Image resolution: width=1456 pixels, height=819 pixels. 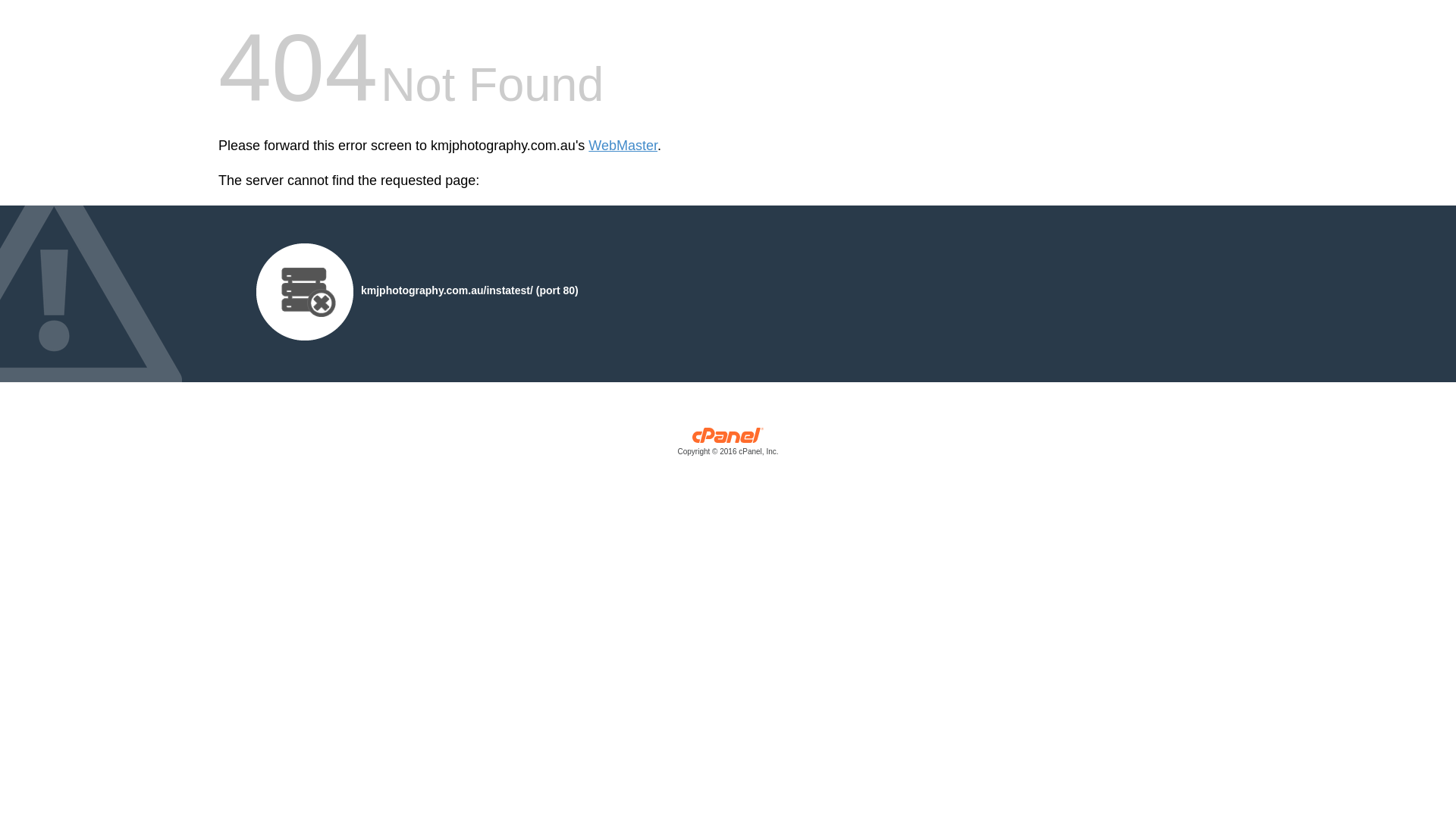 What do you see at coordinates (623, 146) in the screenshot?
I see `'WebMaster'` at bounding box center [623, 146].